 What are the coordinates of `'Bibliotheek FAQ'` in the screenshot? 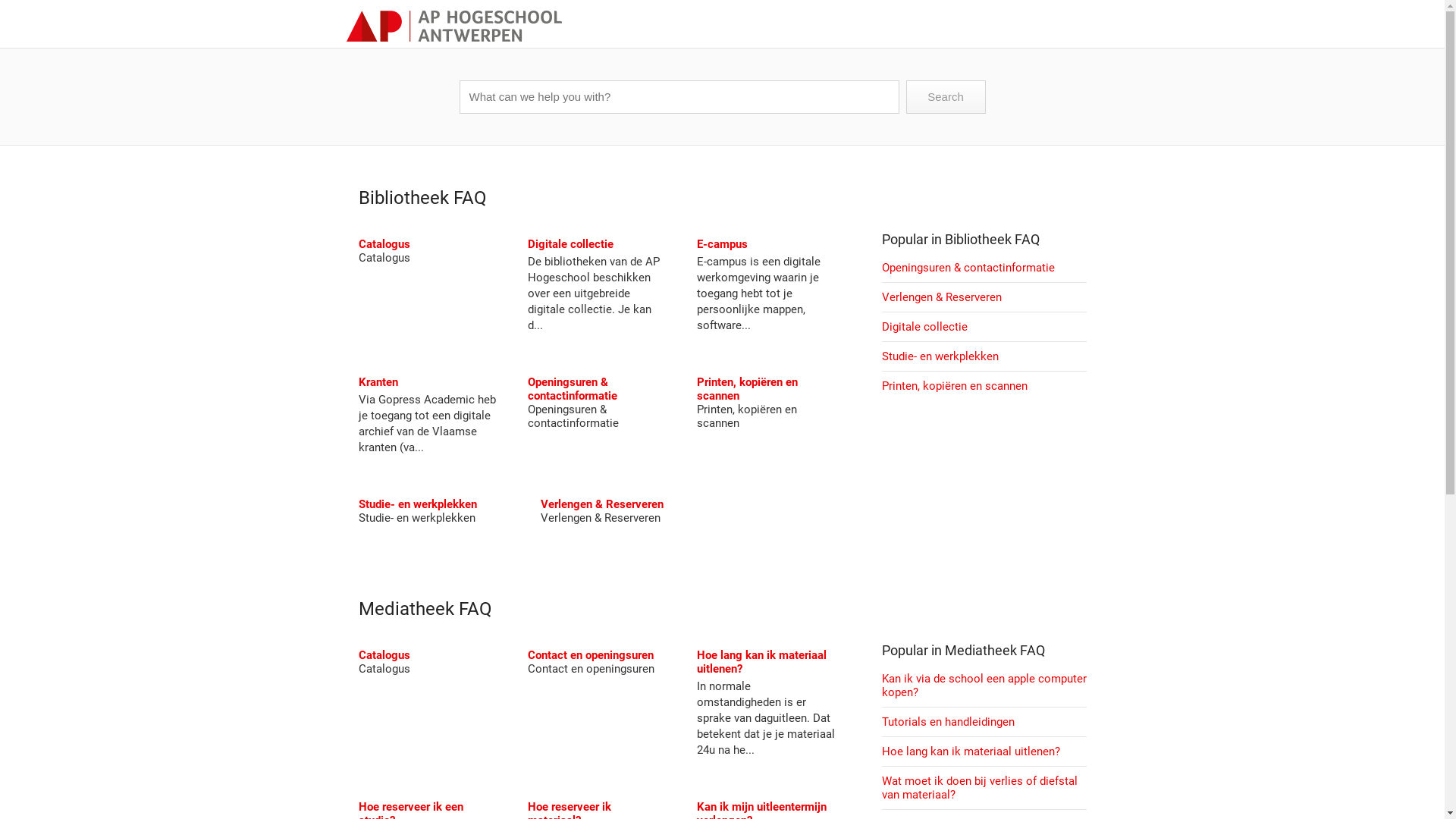 It's located at (422, 197).